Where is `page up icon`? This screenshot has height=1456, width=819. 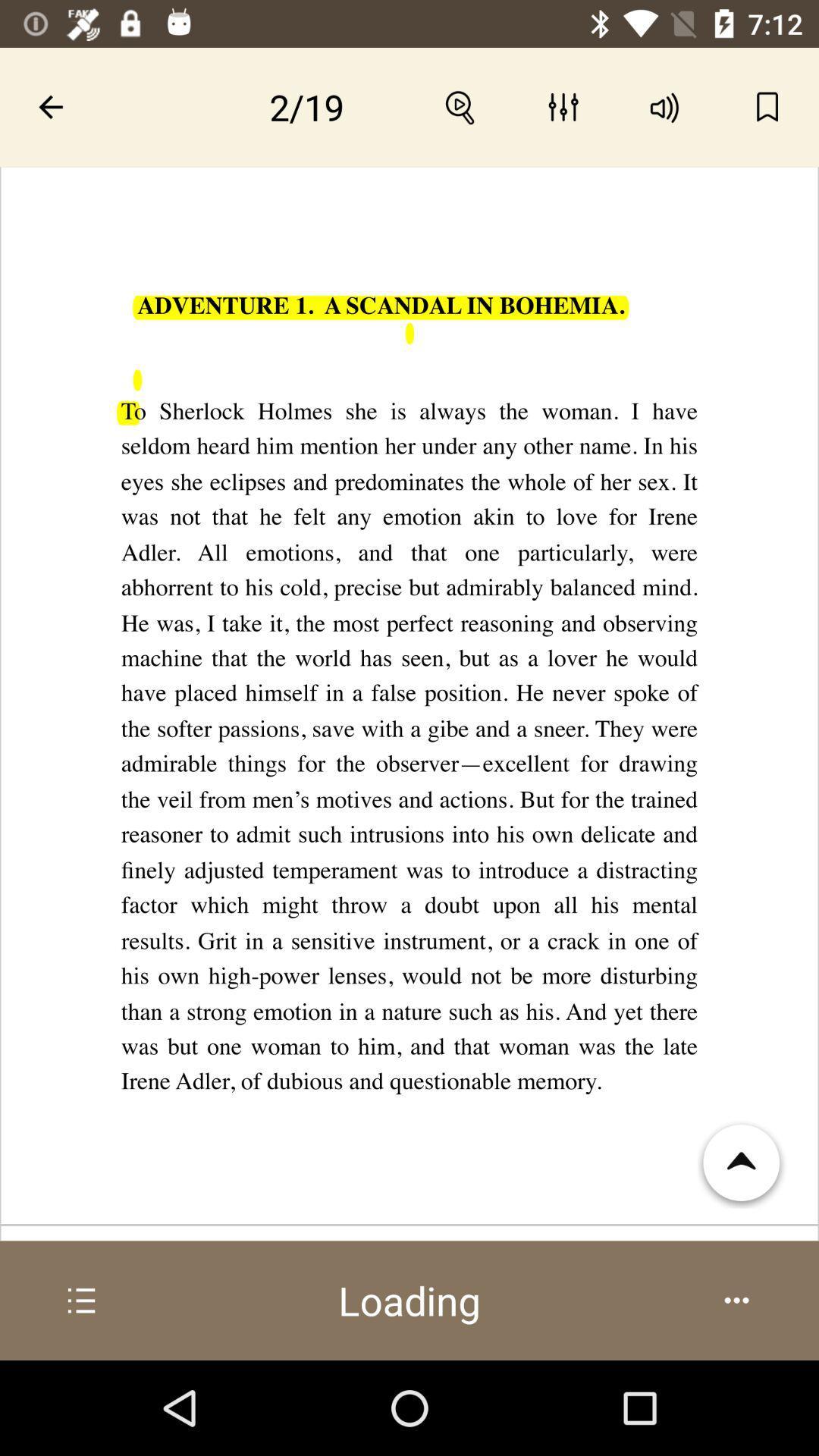 page up icon is located at coordinates (742, 1163).